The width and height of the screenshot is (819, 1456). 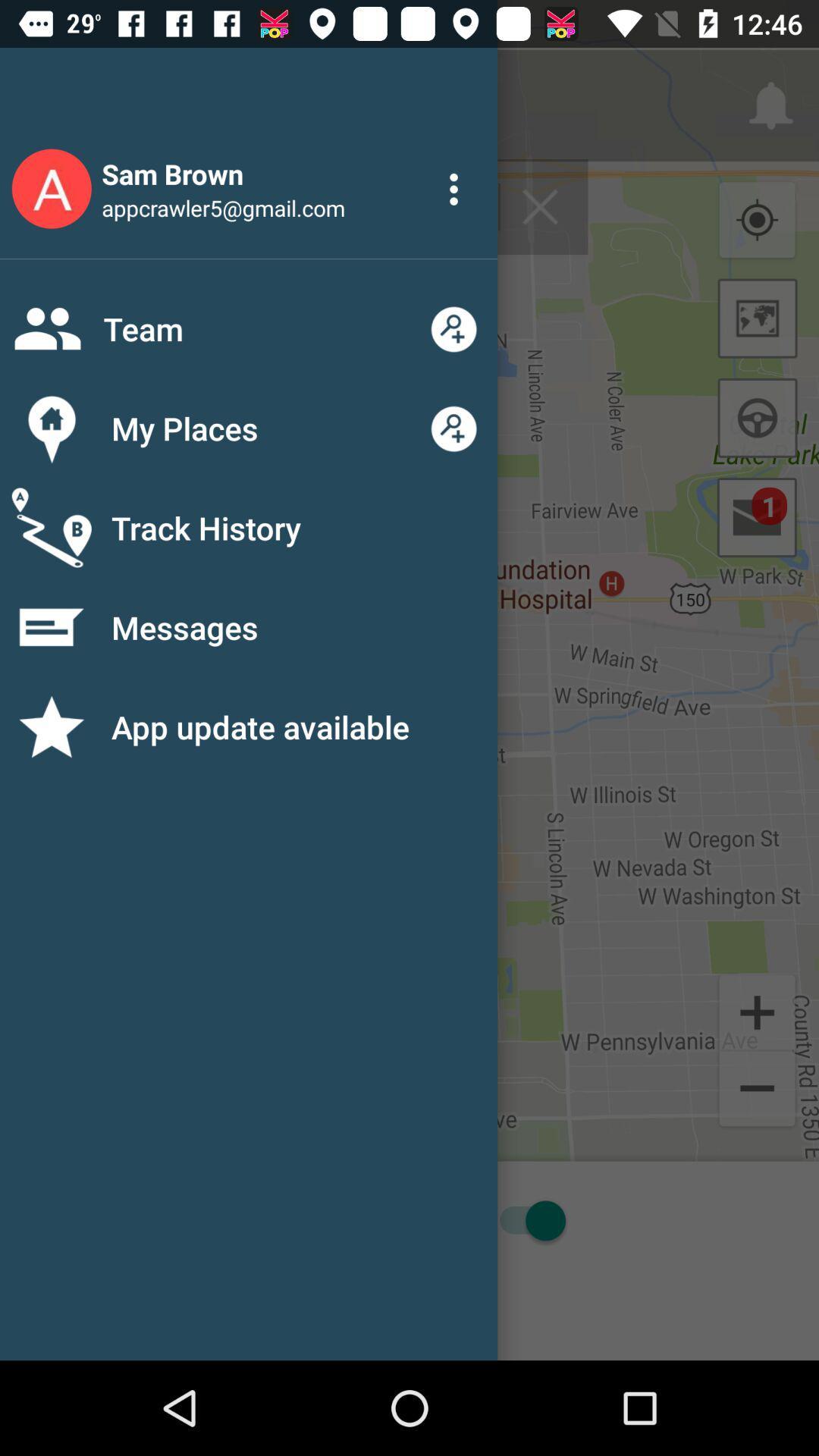 I want to click on the wallpaper icon, so click(x=758, y=318).